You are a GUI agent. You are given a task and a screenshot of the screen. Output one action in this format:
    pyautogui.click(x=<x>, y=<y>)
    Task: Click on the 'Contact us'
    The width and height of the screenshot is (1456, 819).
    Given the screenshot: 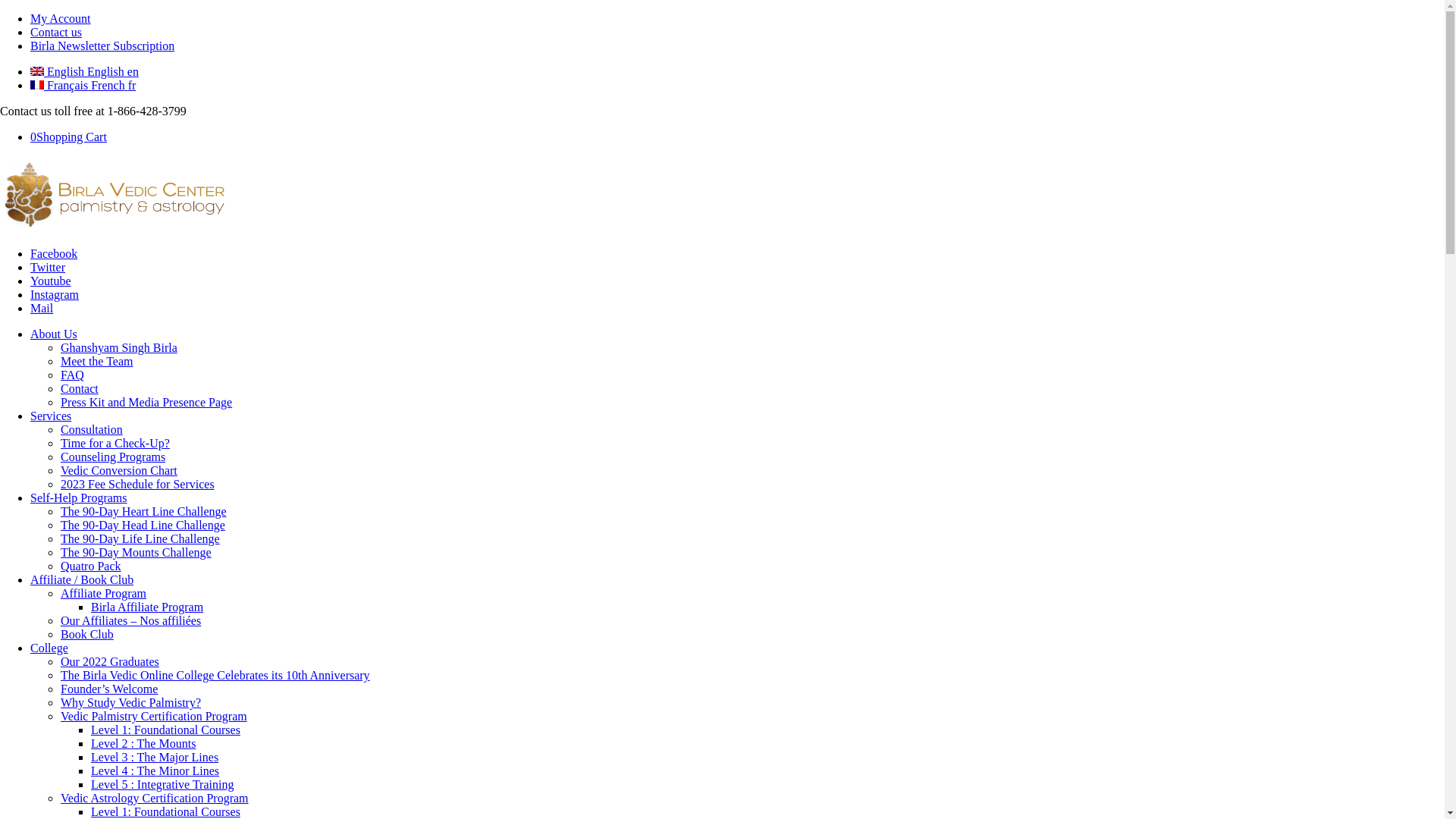 What is the action you would take?
    pyautogui.click(x=55, y=32)
    